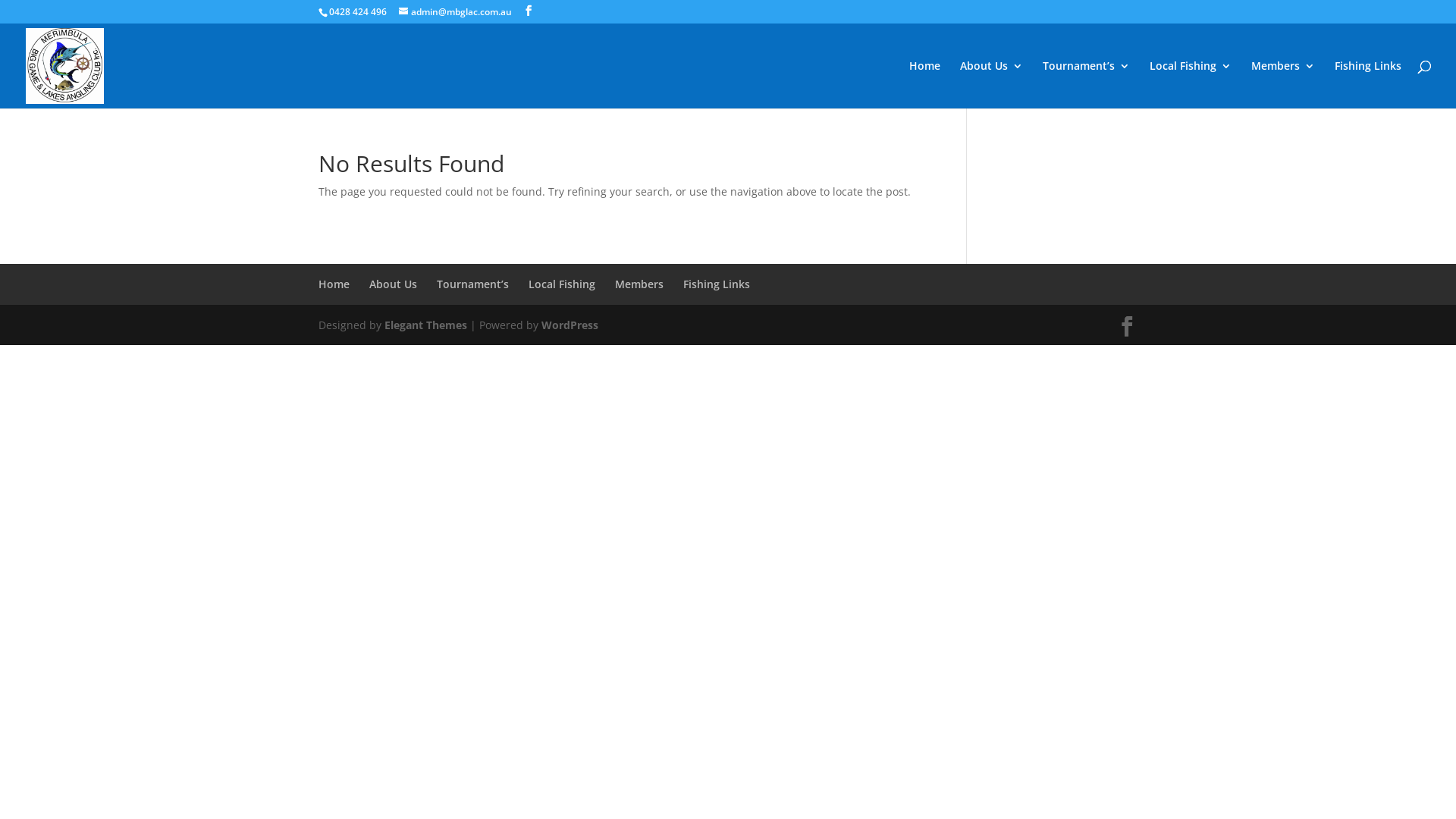  What do you see at coordinates (991, 84) in the screenshot?
I see `'About Us'` at bounding box center [991, 84].